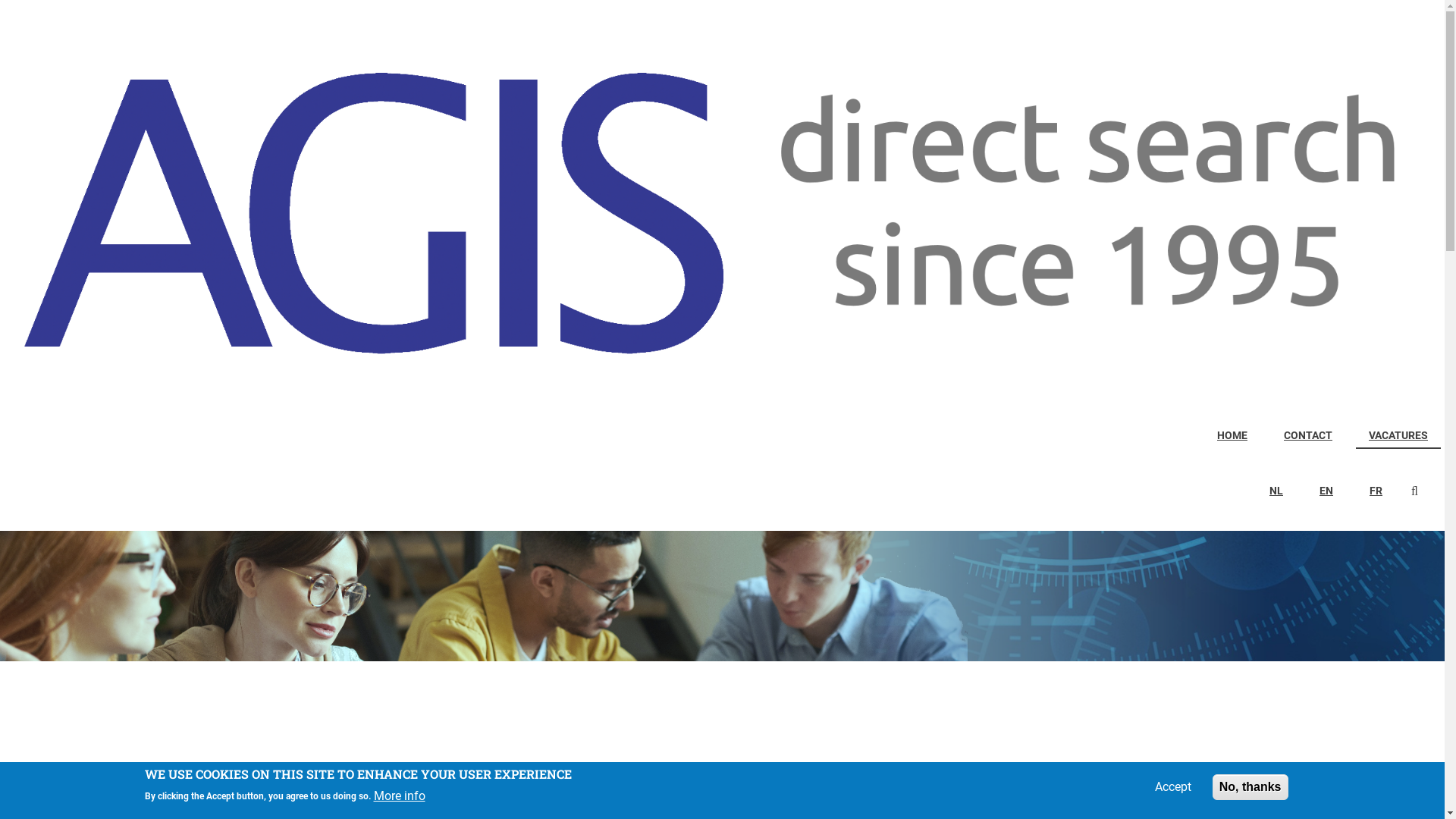 The image size is (1456, 819). I want to click on 'VACATURES', so click(1397, 436).